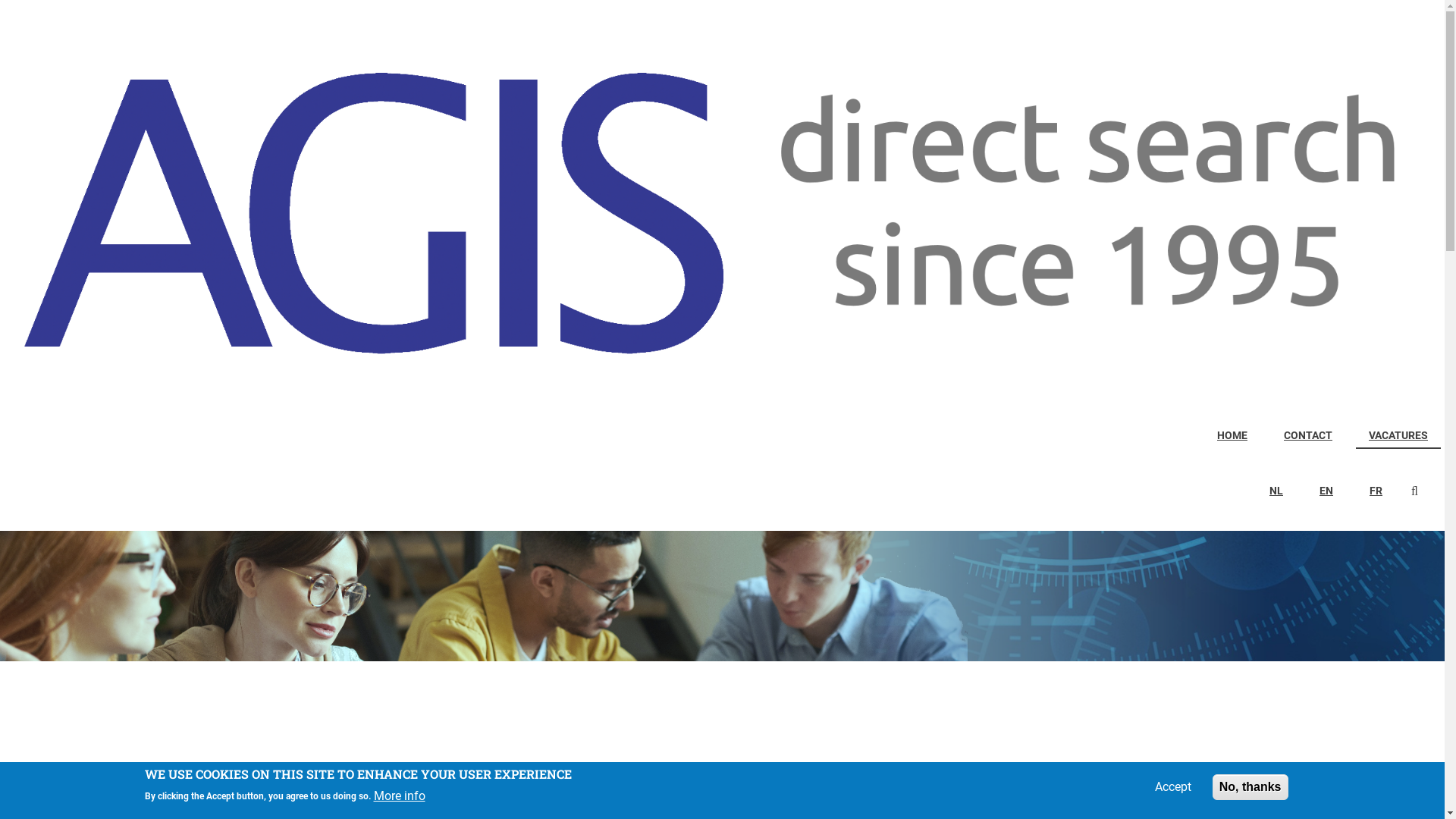 The image size is (1456, 819). I want to click on 'VACATURES', so click(1397, 436).